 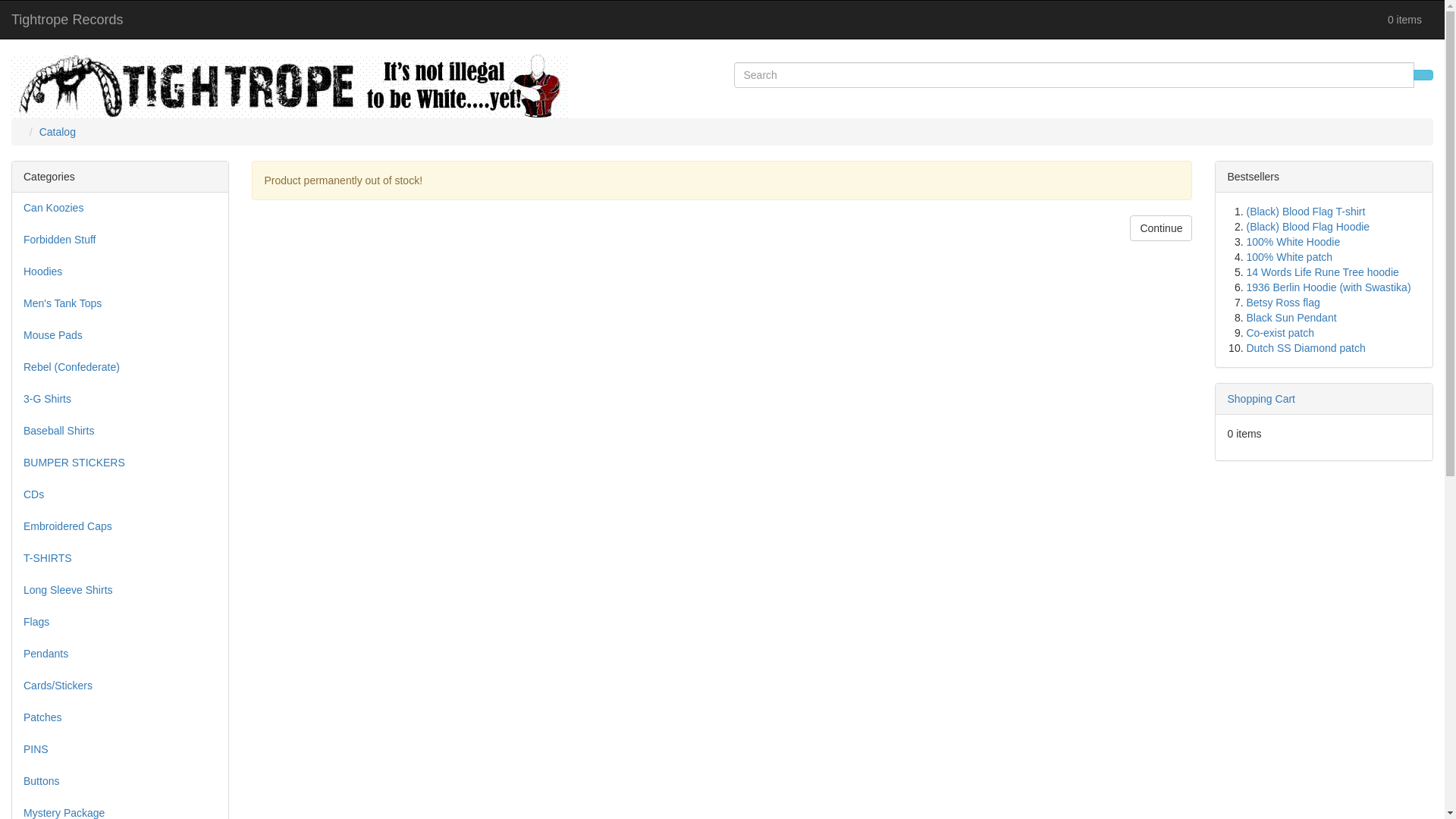 What do you see at coordinates (11, 558) in the screenshot?
I see `'T-SHIRTS'` at bounding box center [11, 558].